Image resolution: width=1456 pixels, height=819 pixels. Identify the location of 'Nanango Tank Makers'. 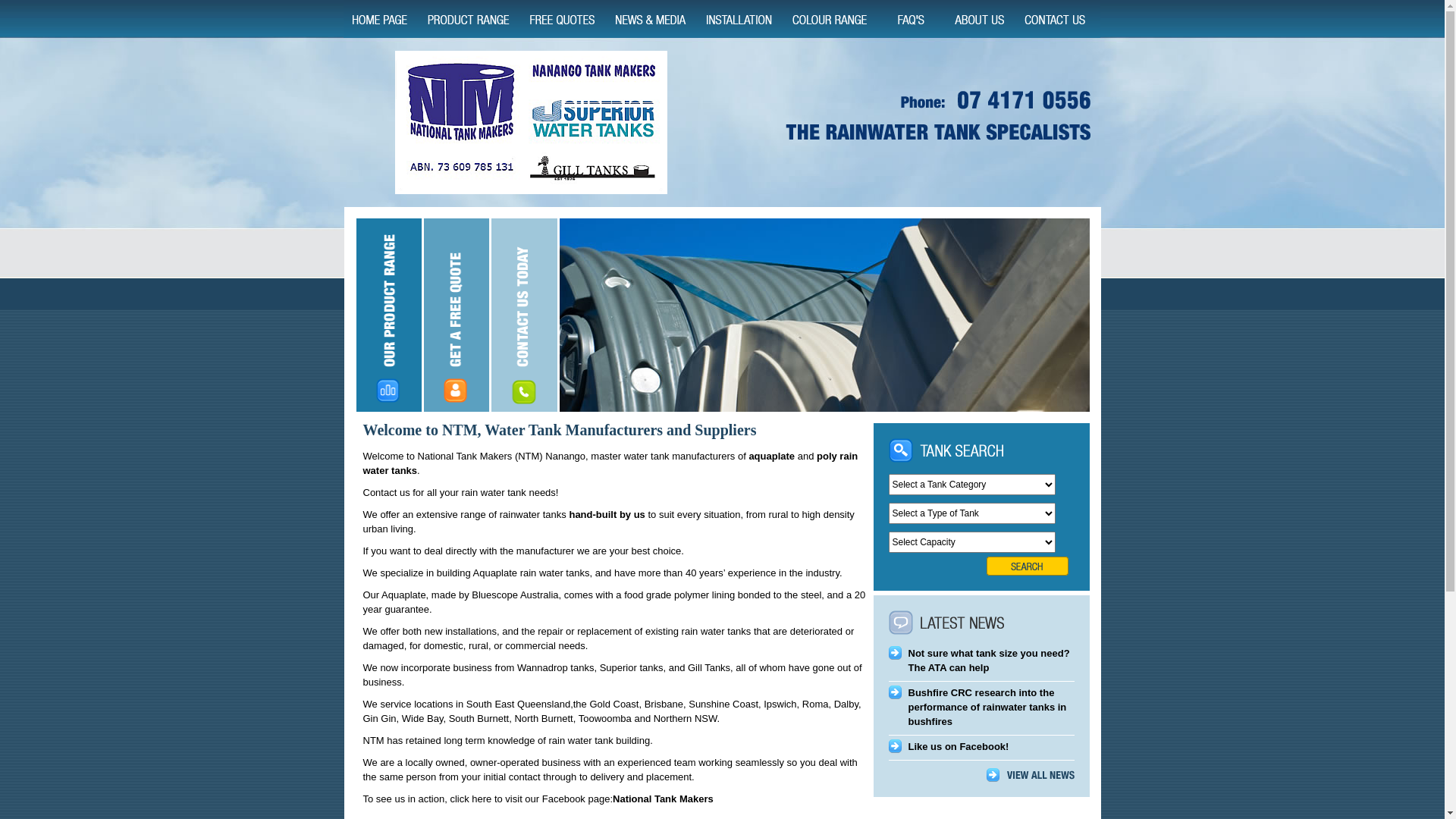
(530, 121).